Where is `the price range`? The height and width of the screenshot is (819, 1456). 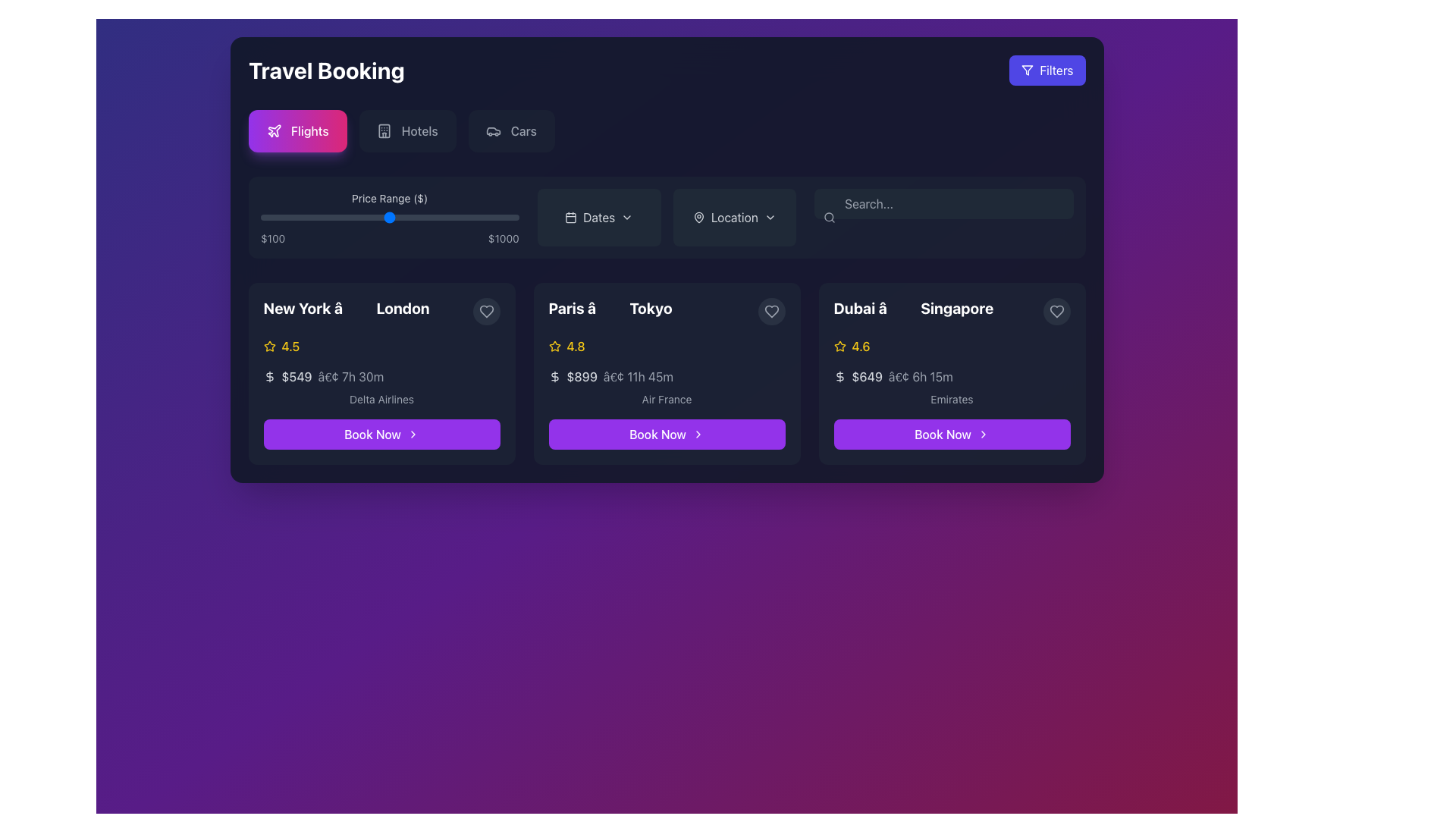 the price range is located at coordinates (315, 217).